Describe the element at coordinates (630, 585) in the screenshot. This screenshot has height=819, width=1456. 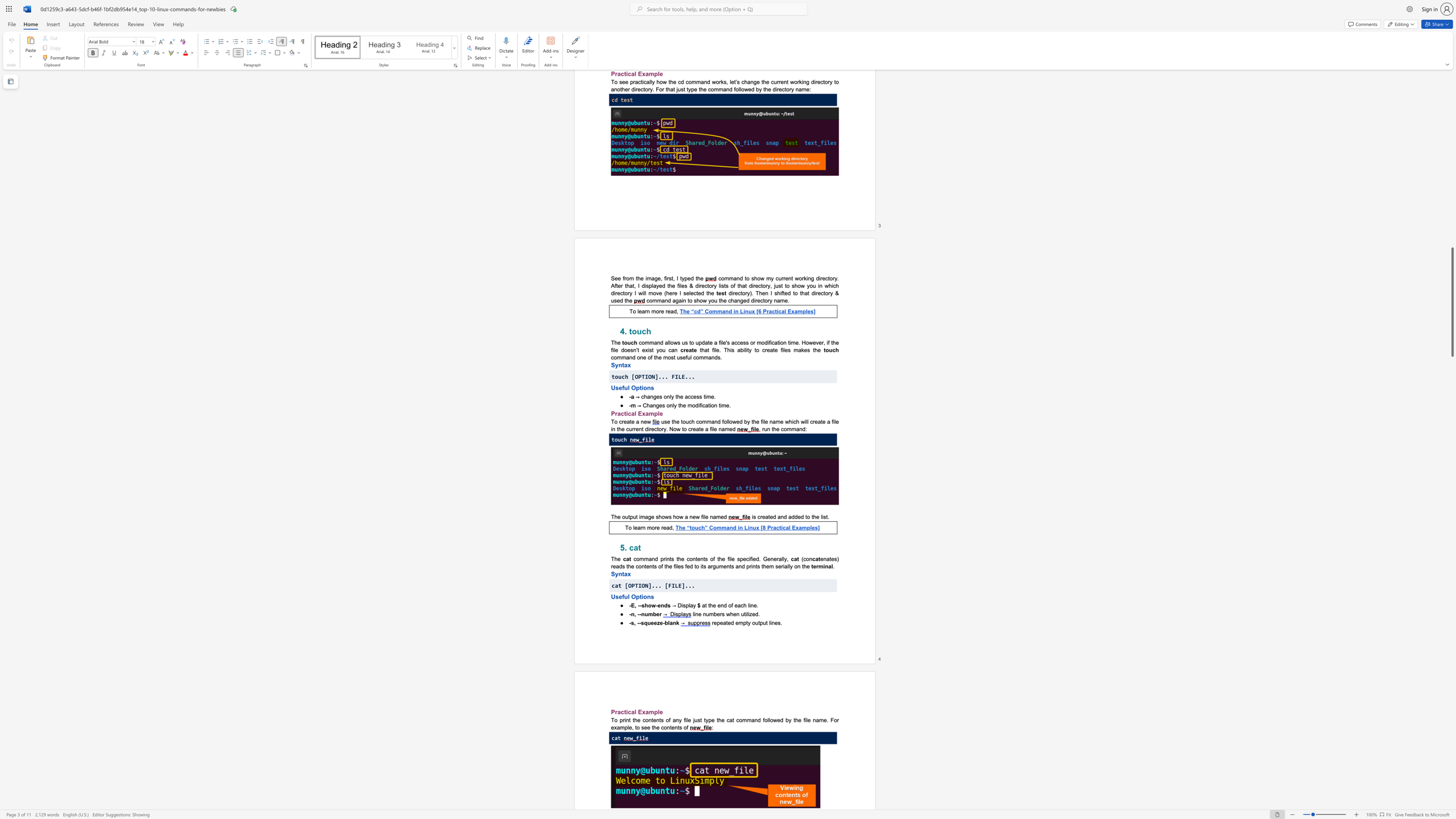
I see `the 1th character "O" in the text` at that location.